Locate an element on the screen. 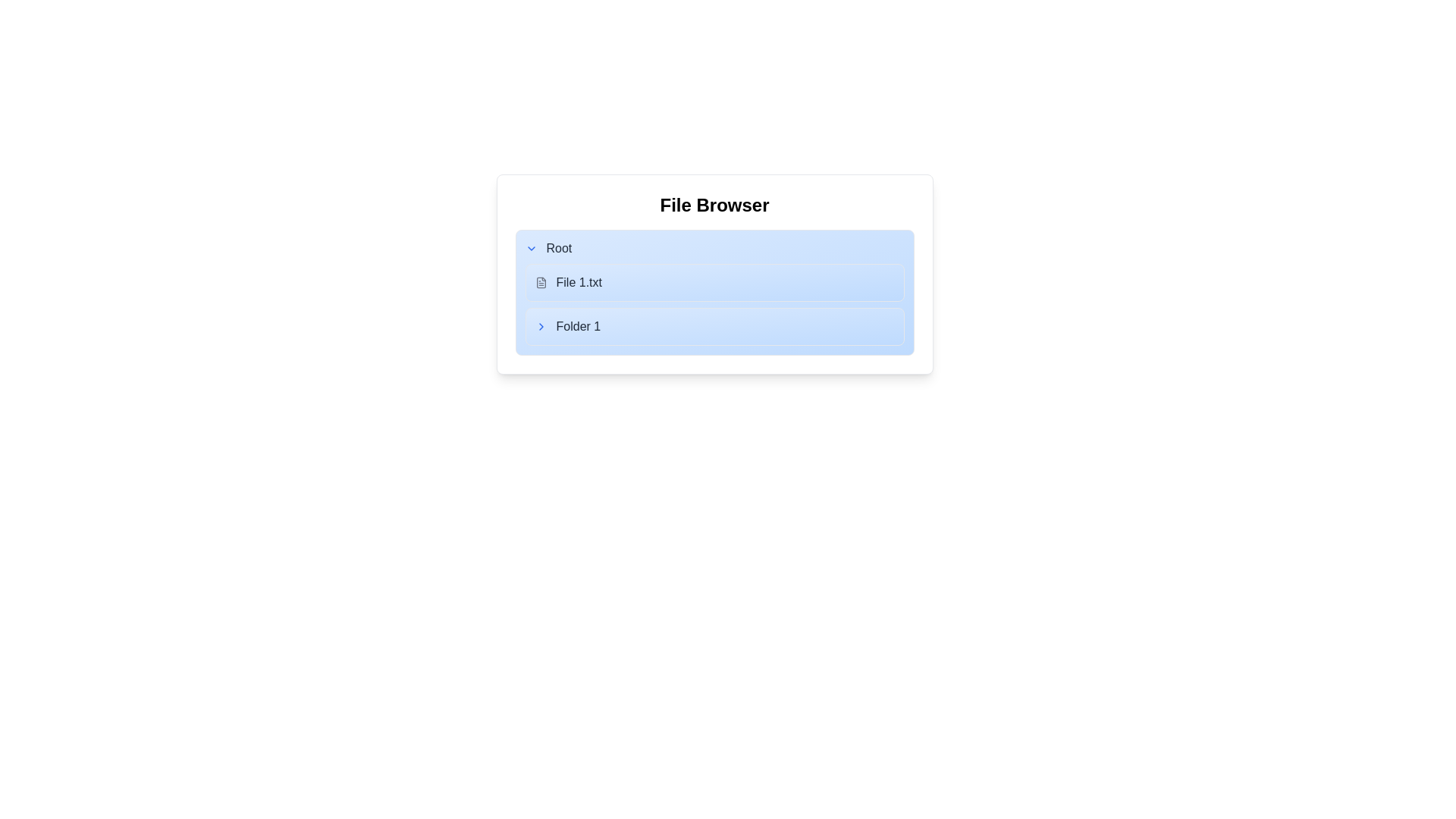 This screenshot has height=819, width=1456. the text label representing the main directory in the file browser interface is located at coordinates (558, 247).